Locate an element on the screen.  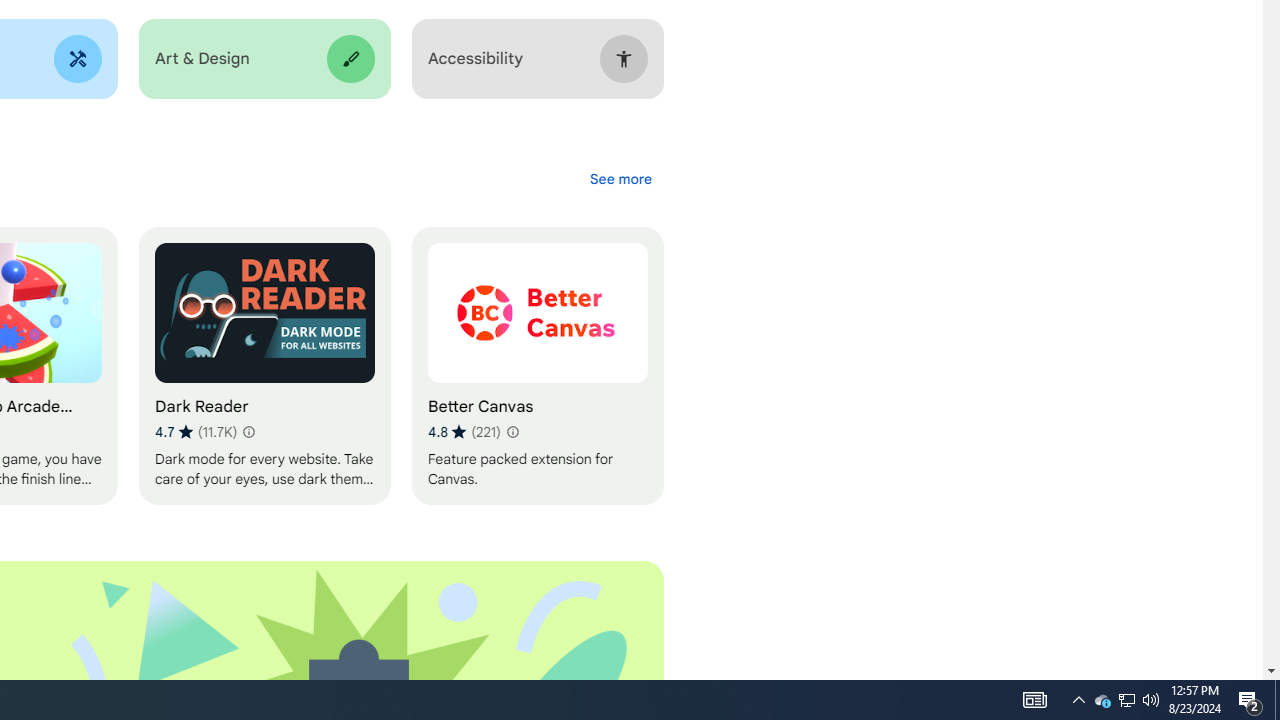
'Art & Design' is located at coordinates (263, 58).